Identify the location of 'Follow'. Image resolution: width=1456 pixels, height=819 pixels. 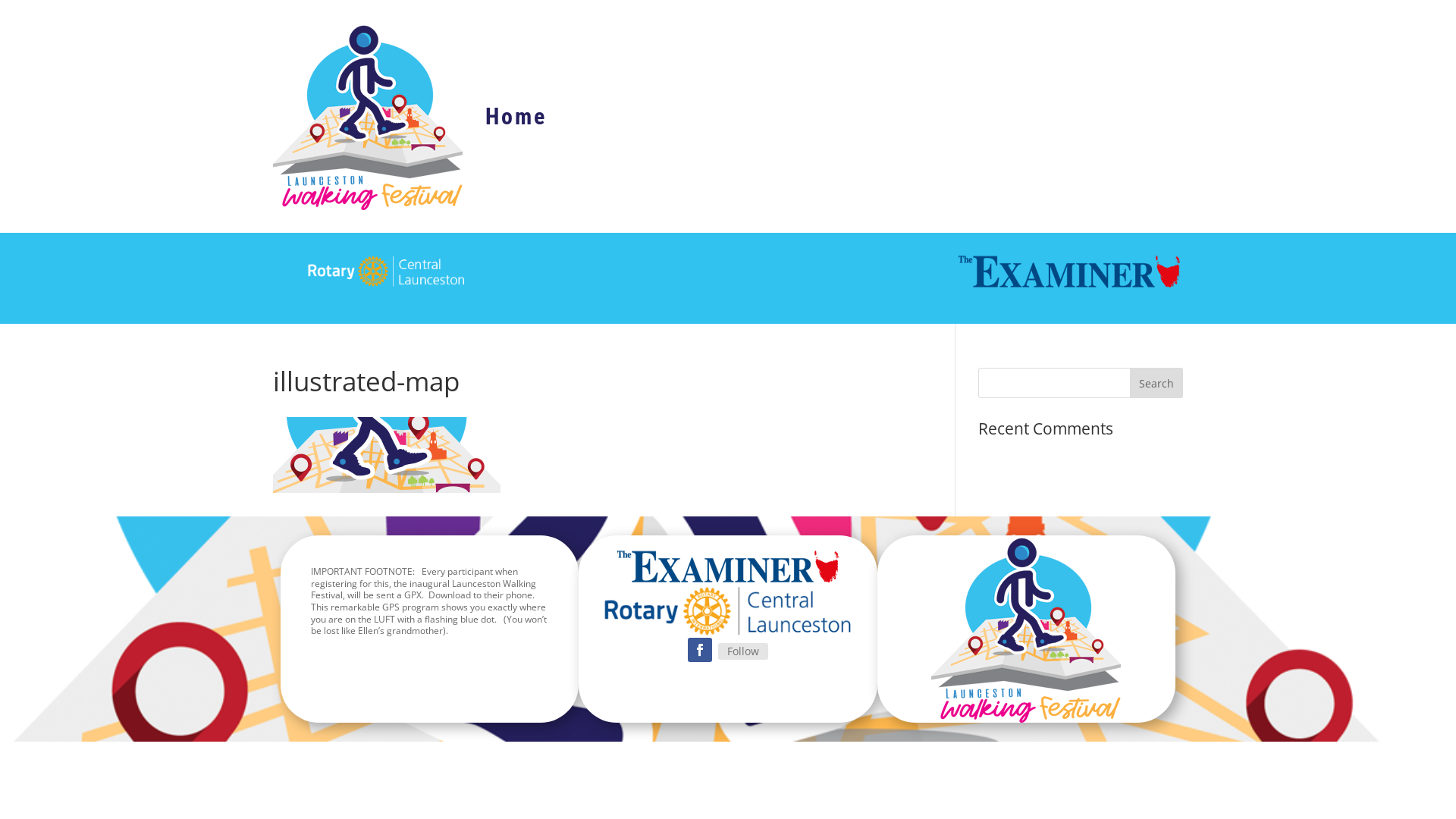
(717, 651).